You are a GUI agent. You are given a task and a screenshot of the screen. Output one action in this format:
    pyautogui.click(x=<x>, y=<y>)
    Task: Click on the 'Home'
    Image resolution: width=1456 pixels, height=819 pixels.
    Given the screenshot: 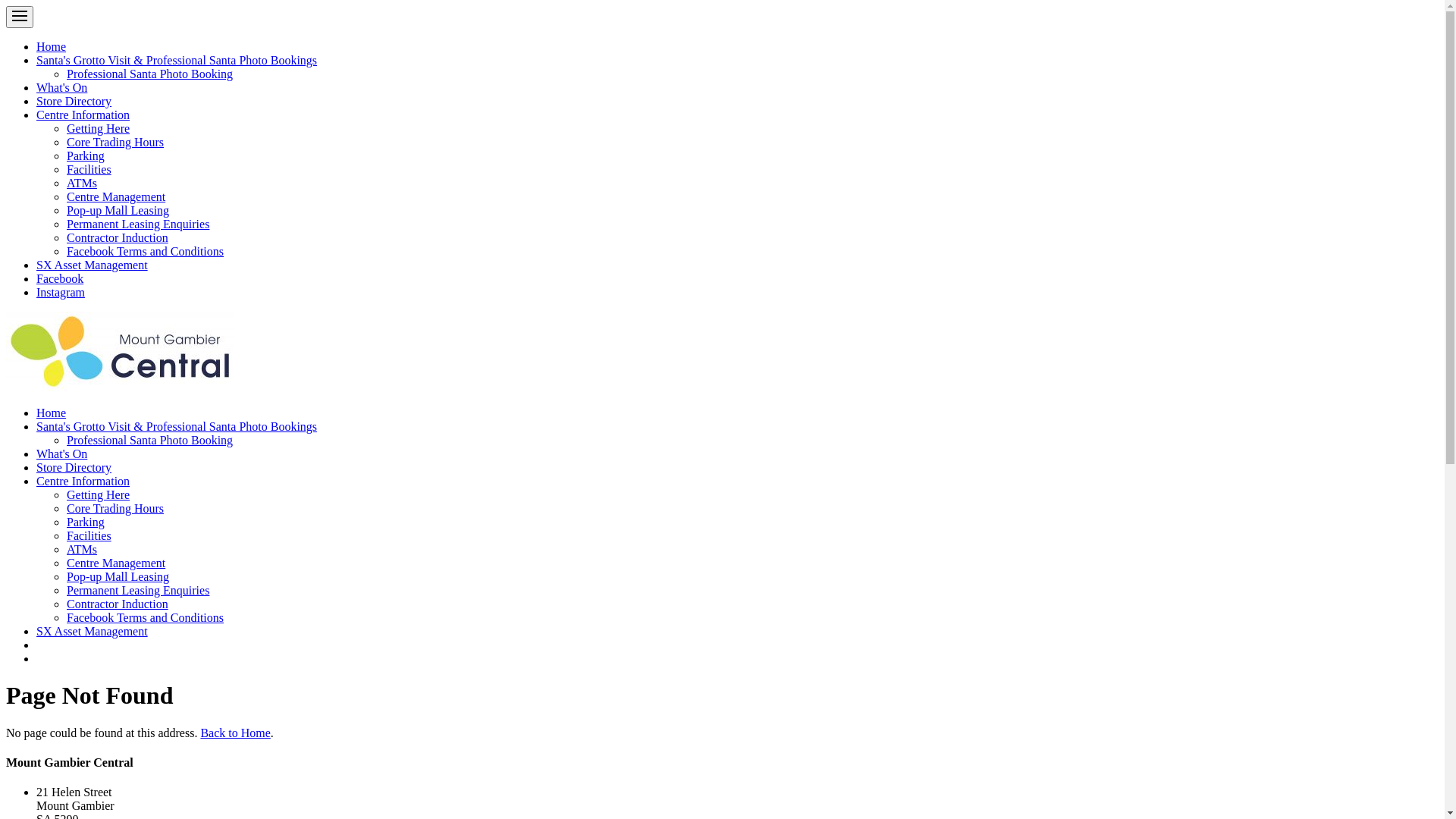 What is the action you would take?
    pyautogui.click(x=51, y=45)
    